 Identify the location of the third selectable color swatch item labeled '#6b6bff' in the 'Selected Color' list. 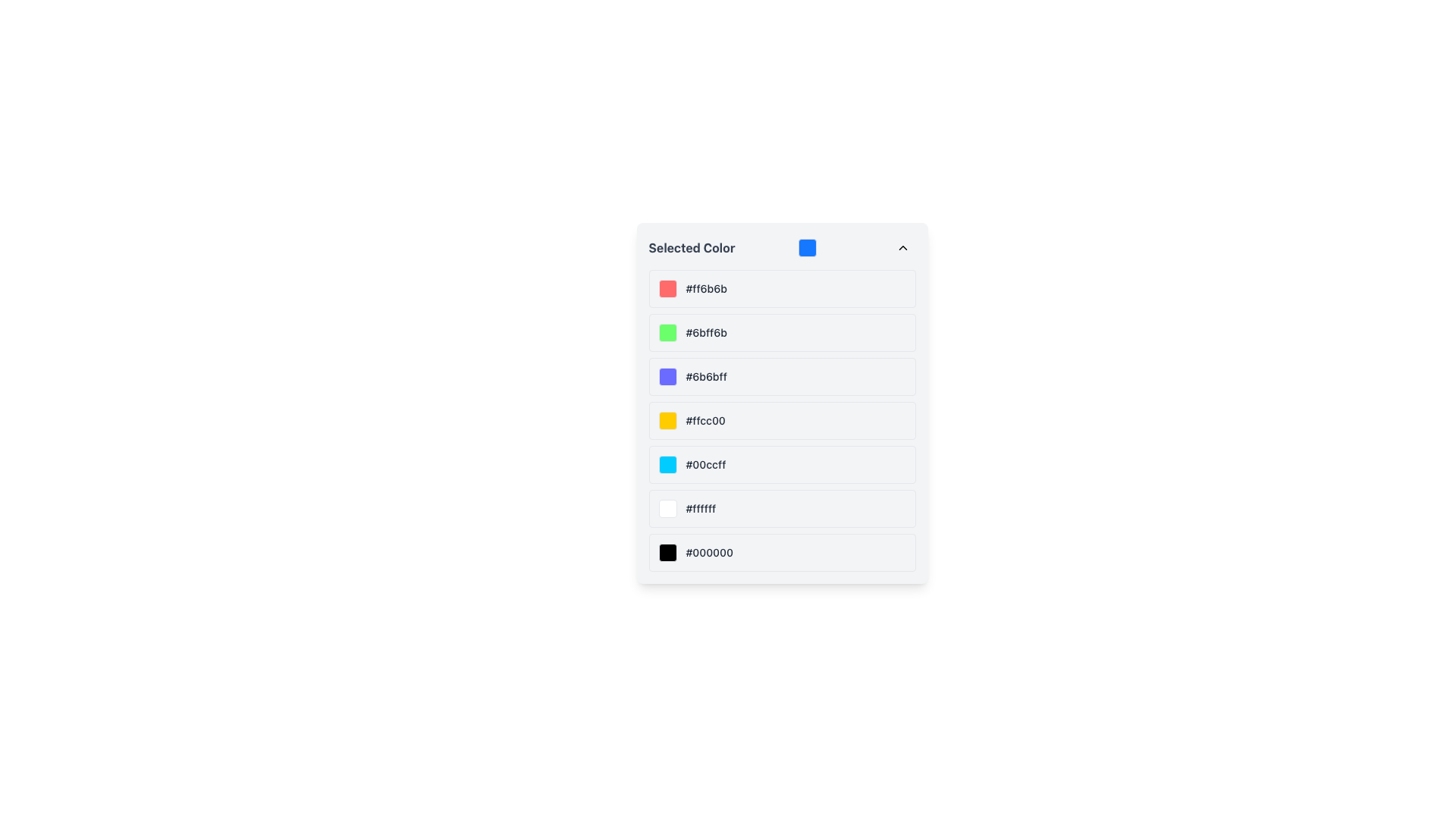
(782, 376).